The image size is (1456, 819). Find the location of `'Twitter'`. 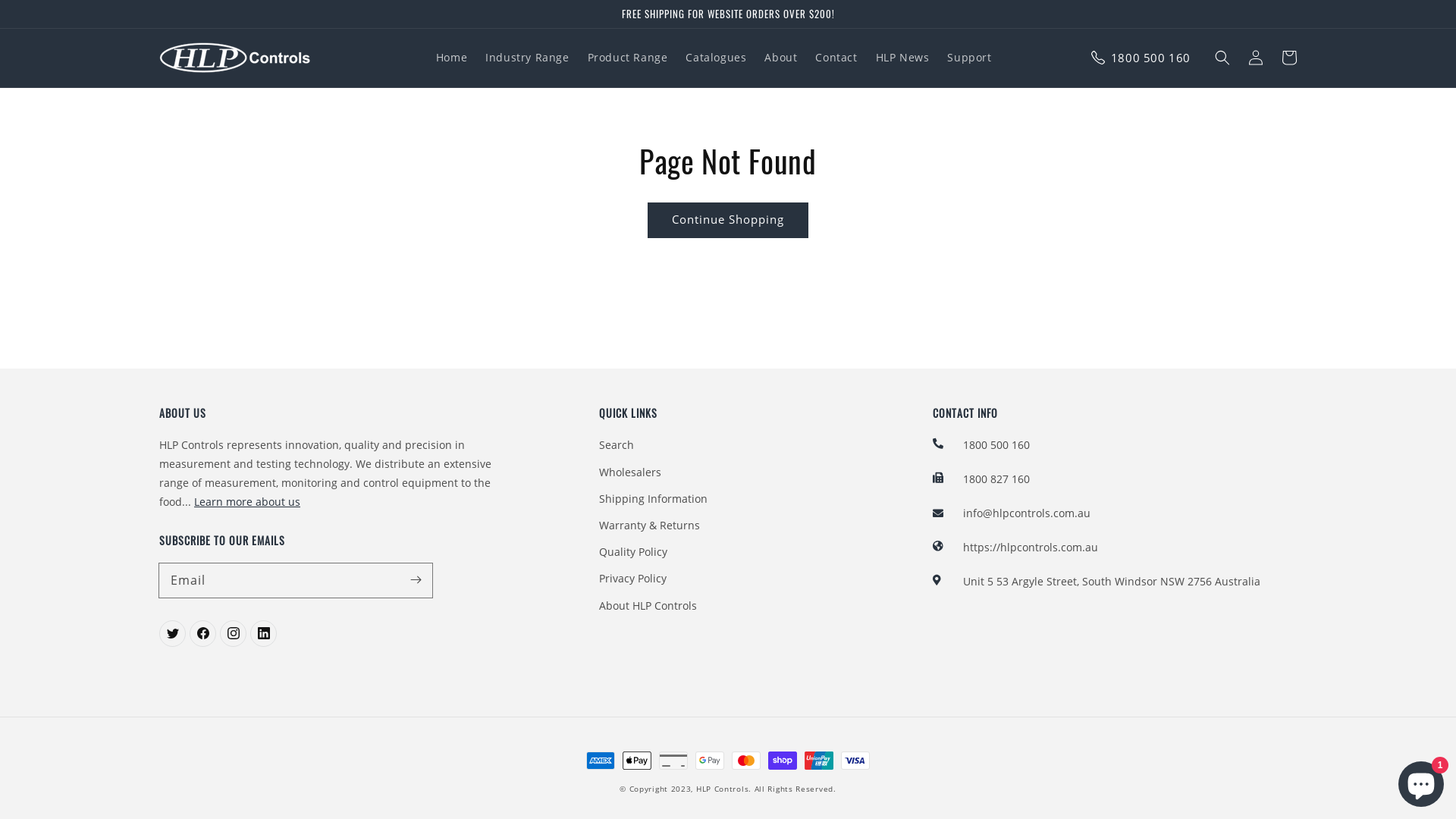

'Twitter' is located at coordinates (172, 633).